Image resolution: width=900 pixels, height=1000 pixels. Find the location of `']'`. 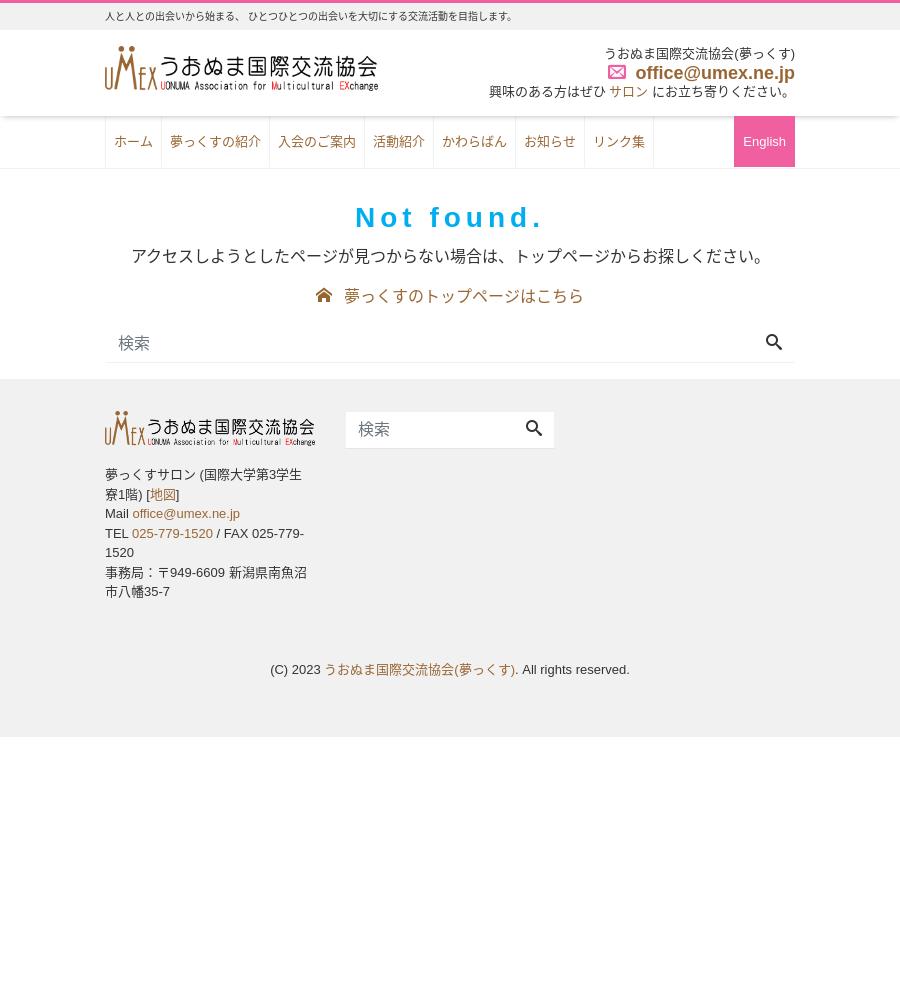

']' is located at coordinates (177, 492).